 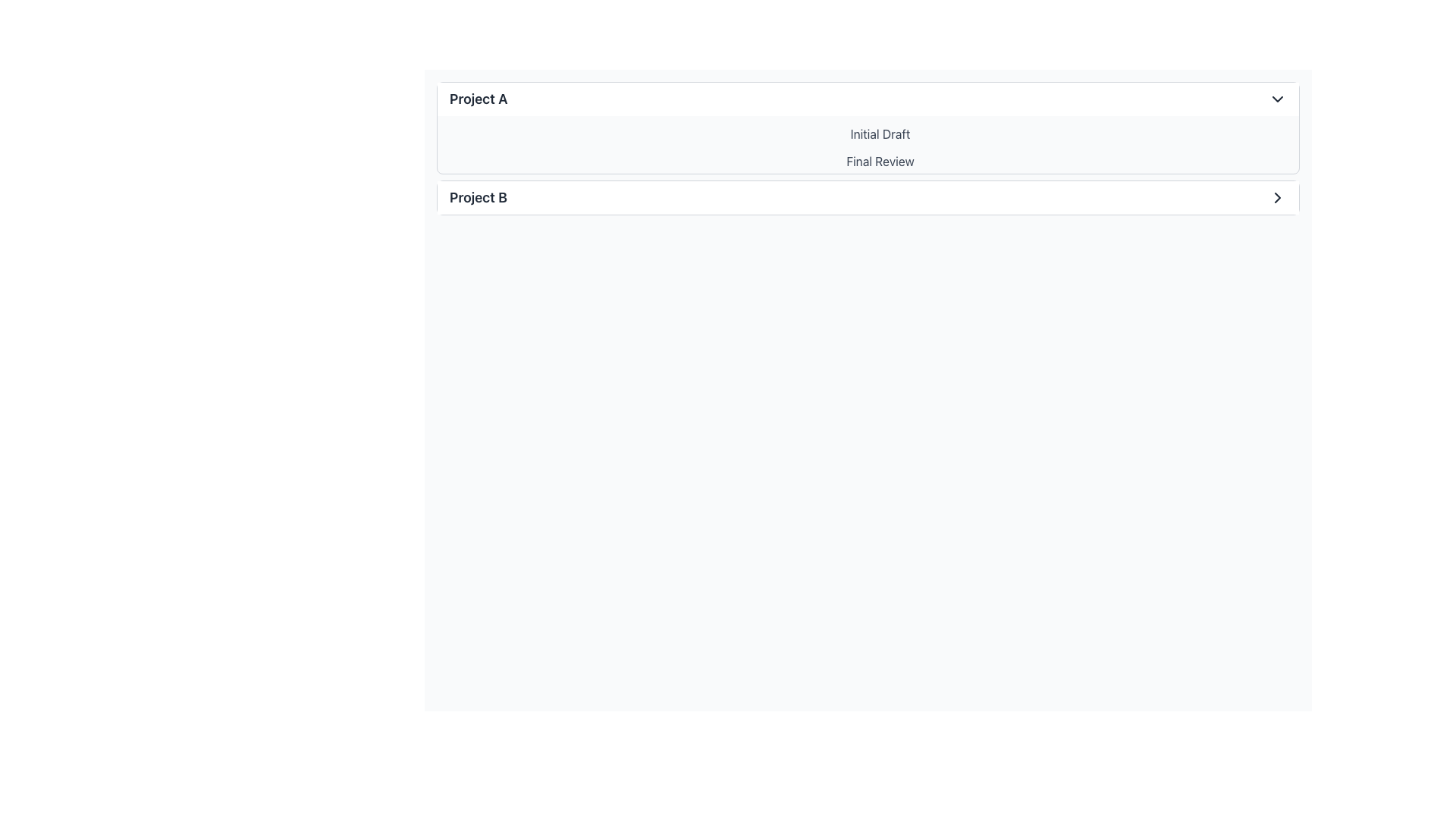 What do you see at coordinates (1276, 197) in the screenshot?
I see `the rightward-pointing chevron arrow icon located near the top-right corner of the 'Project B' listing` at bounding box center [1276, 197].